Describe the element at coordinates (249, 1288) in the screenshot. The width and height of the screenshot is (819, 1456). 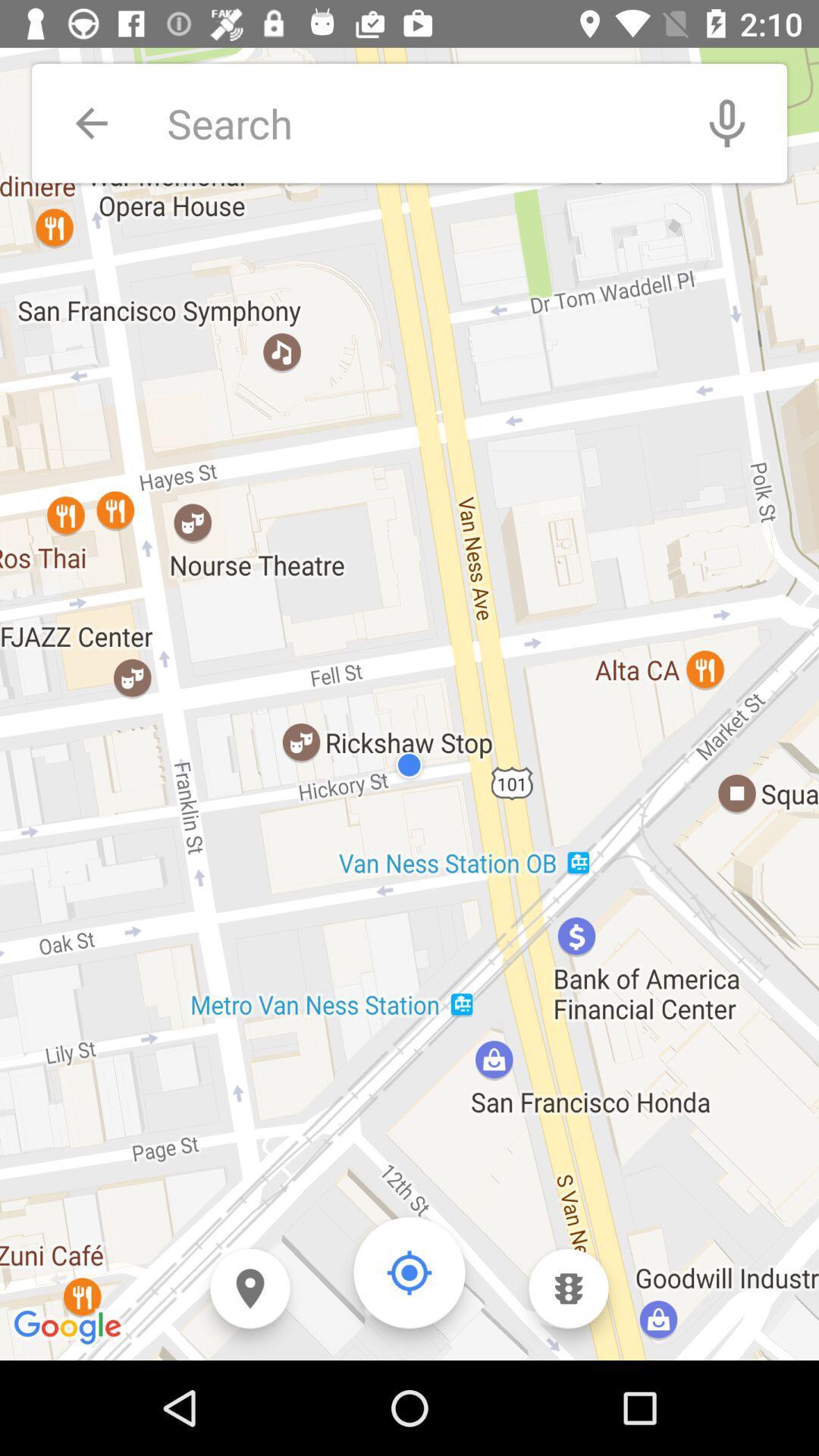
I see `pin location` at that location.